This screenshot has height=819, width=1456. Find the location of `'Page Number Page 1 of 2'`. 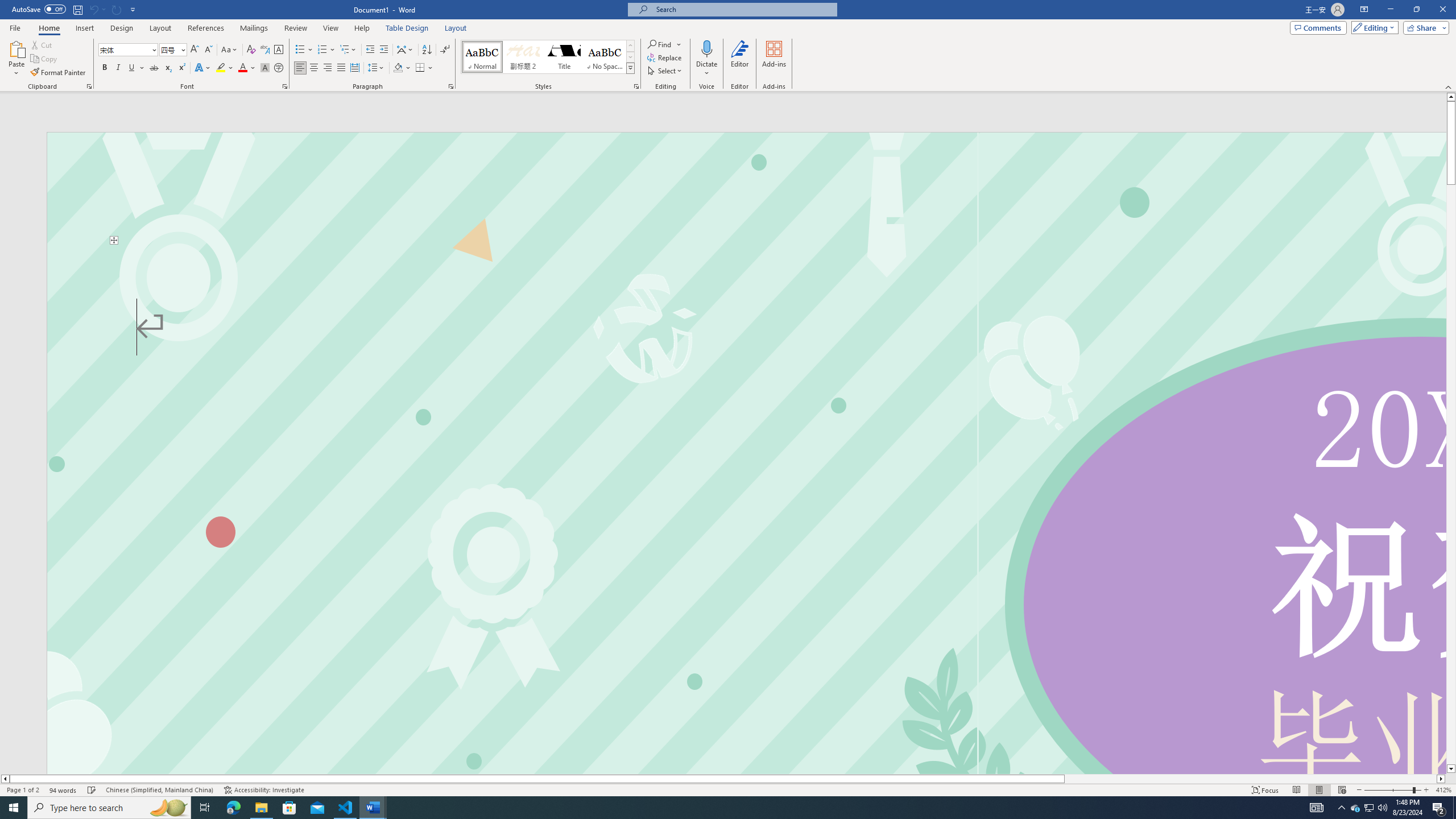

'Page Number Page 1 of 2' is located at coordinates (23, 790).